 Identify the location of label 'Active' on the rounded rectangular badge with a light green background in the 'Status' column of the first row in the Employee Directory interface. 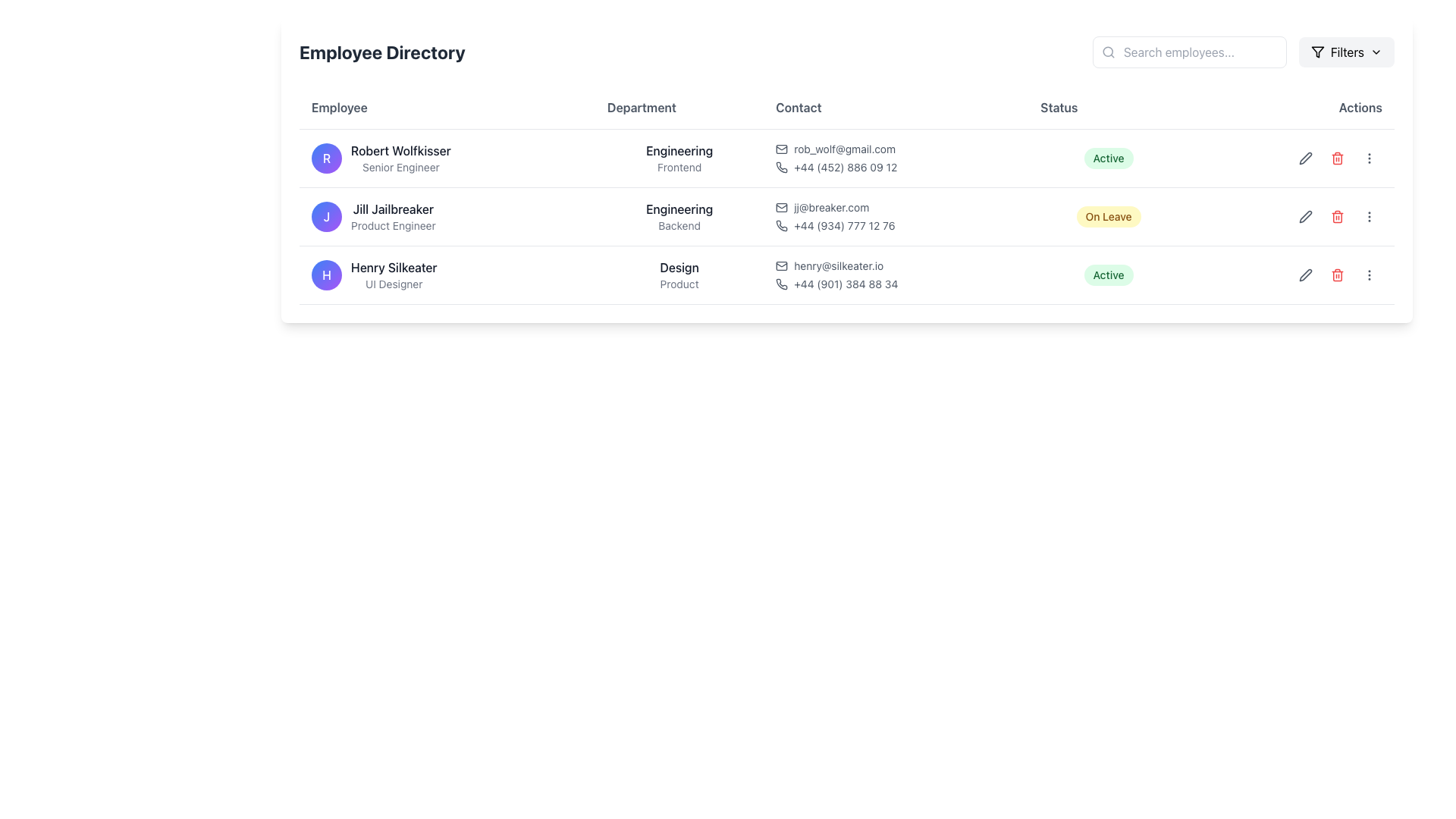
(1109, 158).